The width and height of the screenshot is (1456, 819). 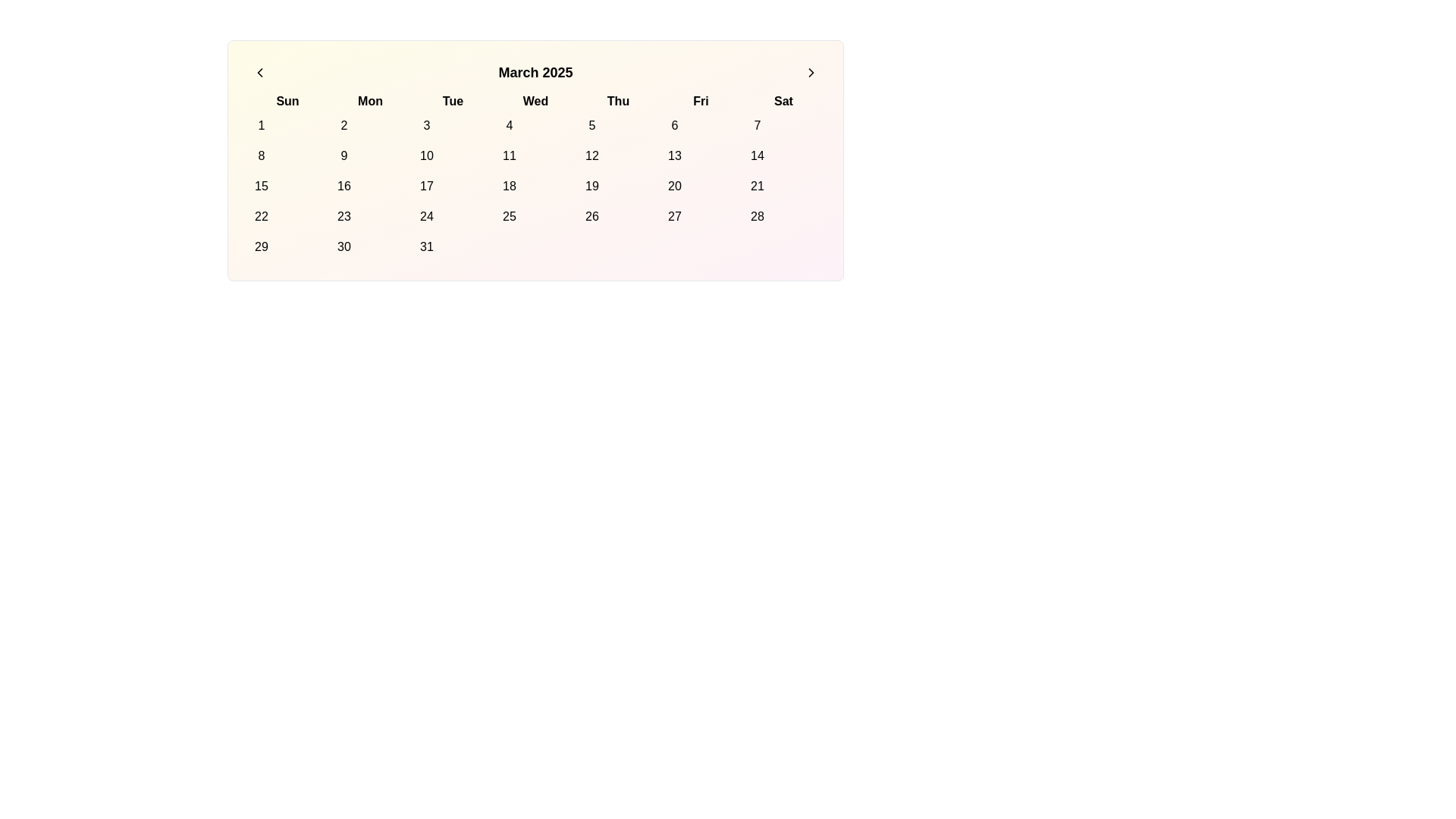 I want to click on the rounded button labeled '13' in the calendar grid, so click(x=673, y=155).